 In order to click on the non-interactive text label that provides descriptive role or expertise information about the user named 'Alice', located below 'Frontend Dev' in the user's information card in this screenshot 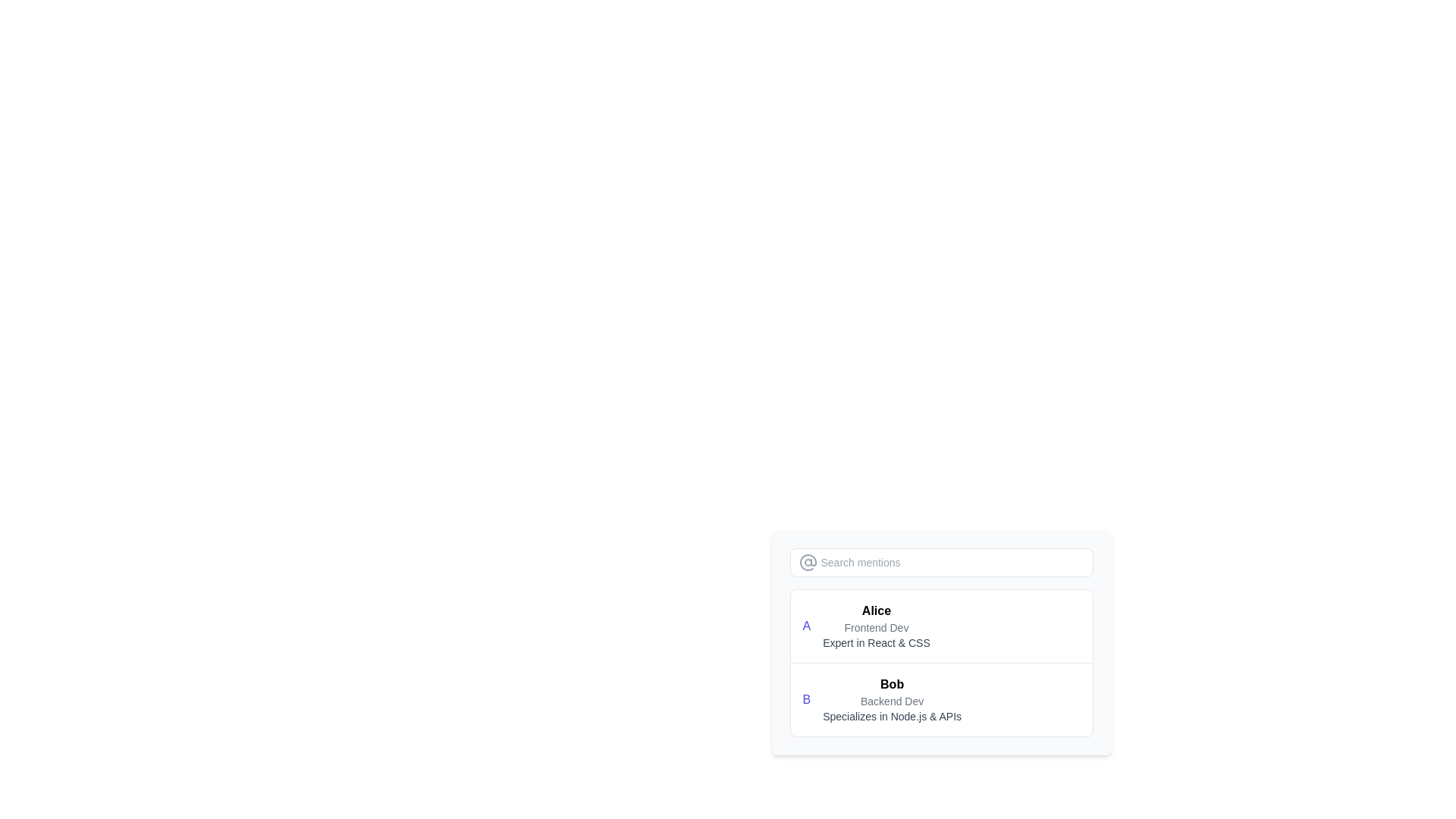, I will do `click(877, 643)`.